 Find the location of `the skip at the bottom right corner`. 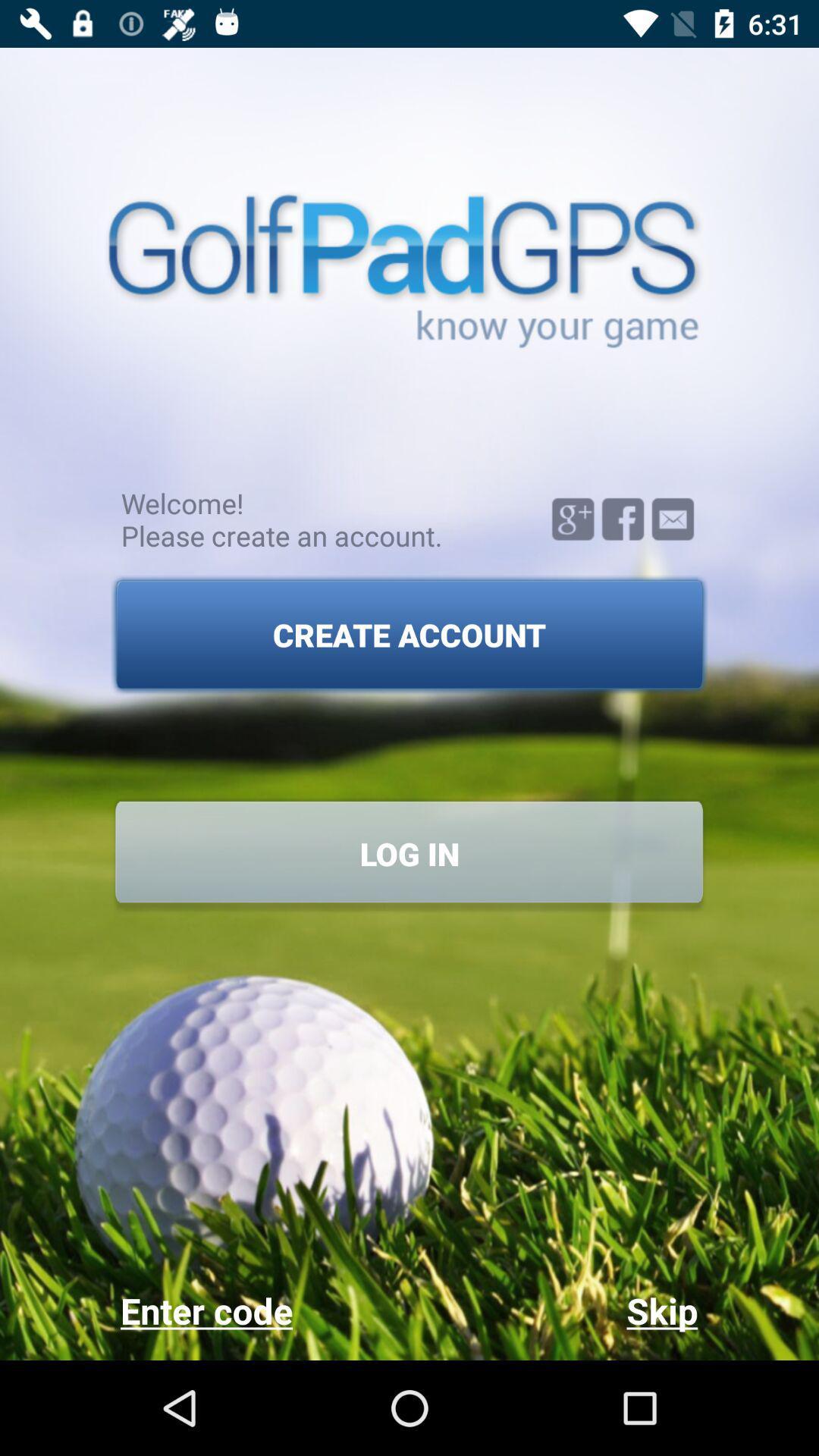

the skip at the bottom right corner is located at coordinates (553, 1310).